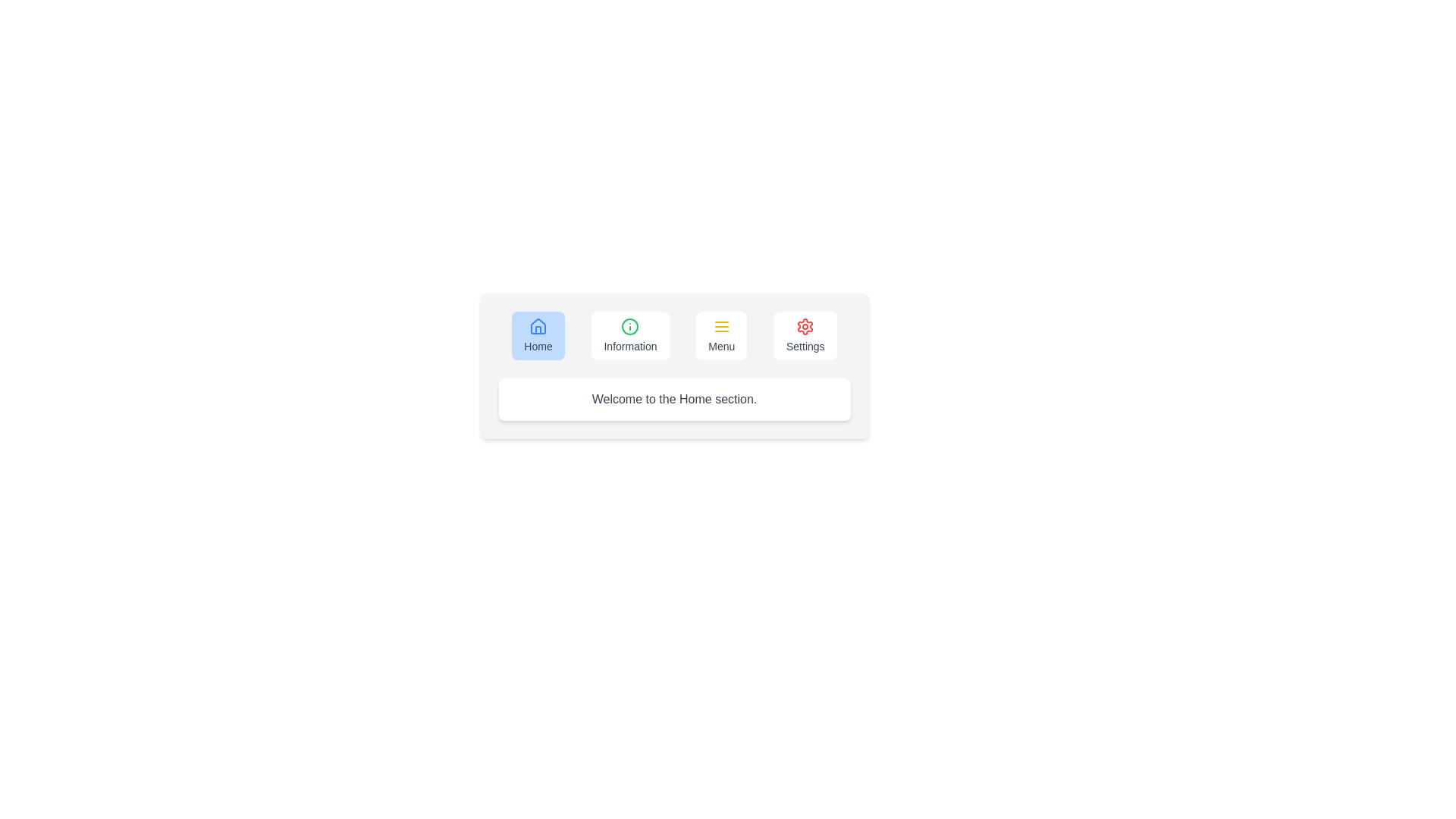 This screenshot has width=1456, height=819. What do you see at coordinates (805, 346) in the screenshot?
I see `the 'Settings' text label, which is located in the bottom section of the fourth card in a row of navigation options at the upper region of the interface` at bounding box center [805, 346].